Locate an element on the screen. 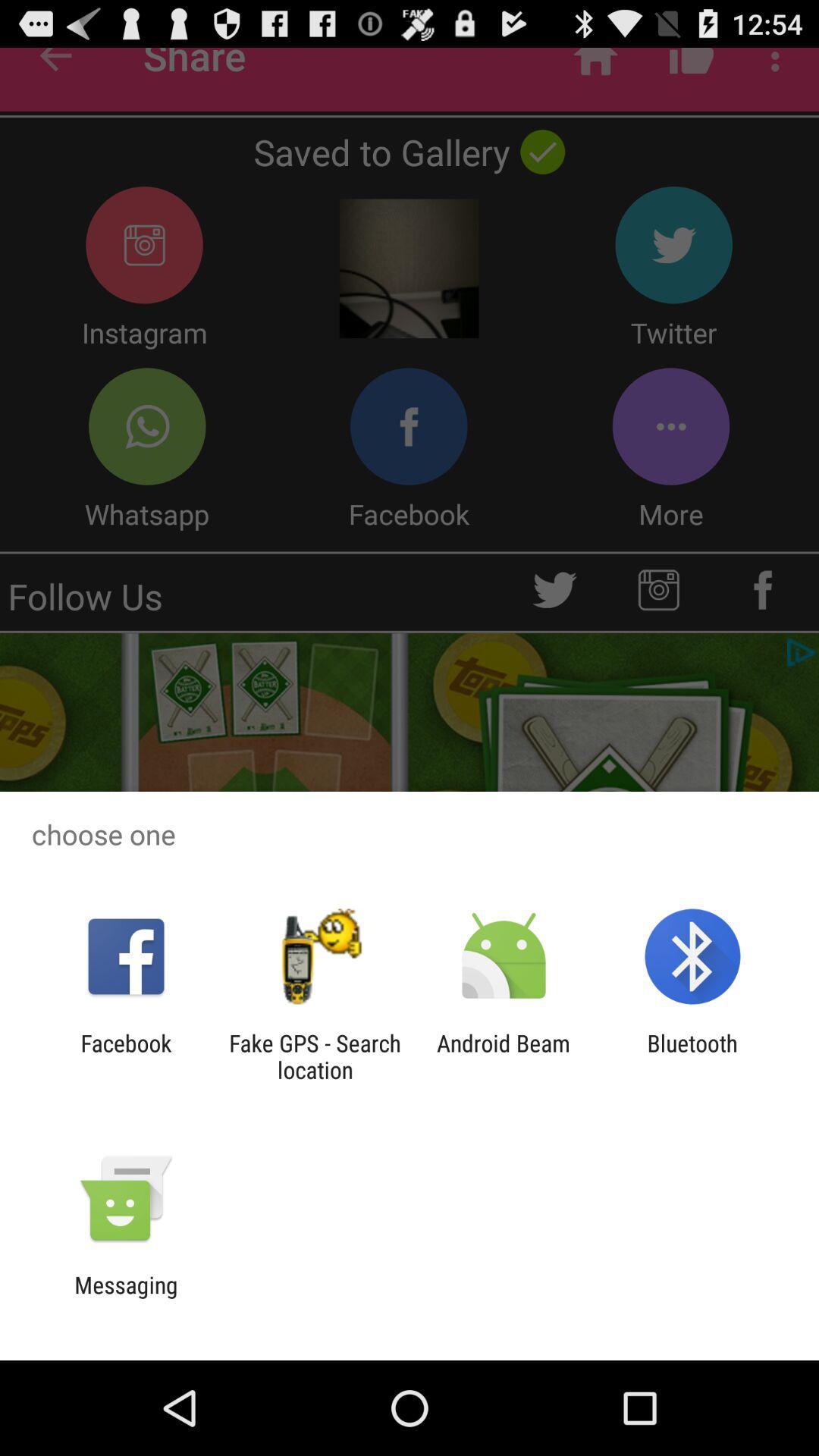  the item at the bottom right corner is located at coordinates (692, 1056).